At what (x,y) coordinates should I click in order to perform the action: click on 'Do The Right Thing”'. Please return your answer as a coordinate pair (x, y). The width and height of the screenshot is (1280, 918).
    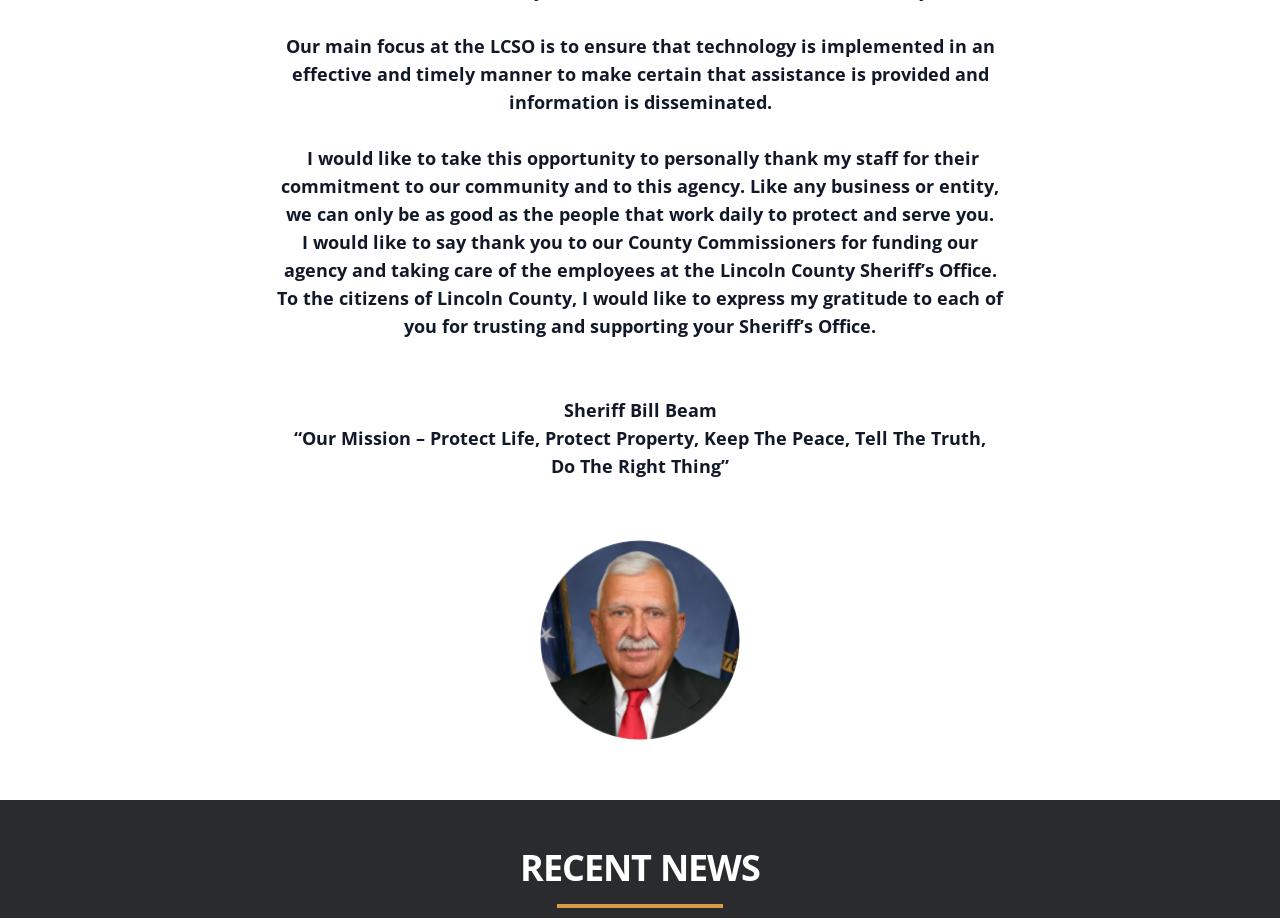
    Looking at the image, I should click on (640, 464).